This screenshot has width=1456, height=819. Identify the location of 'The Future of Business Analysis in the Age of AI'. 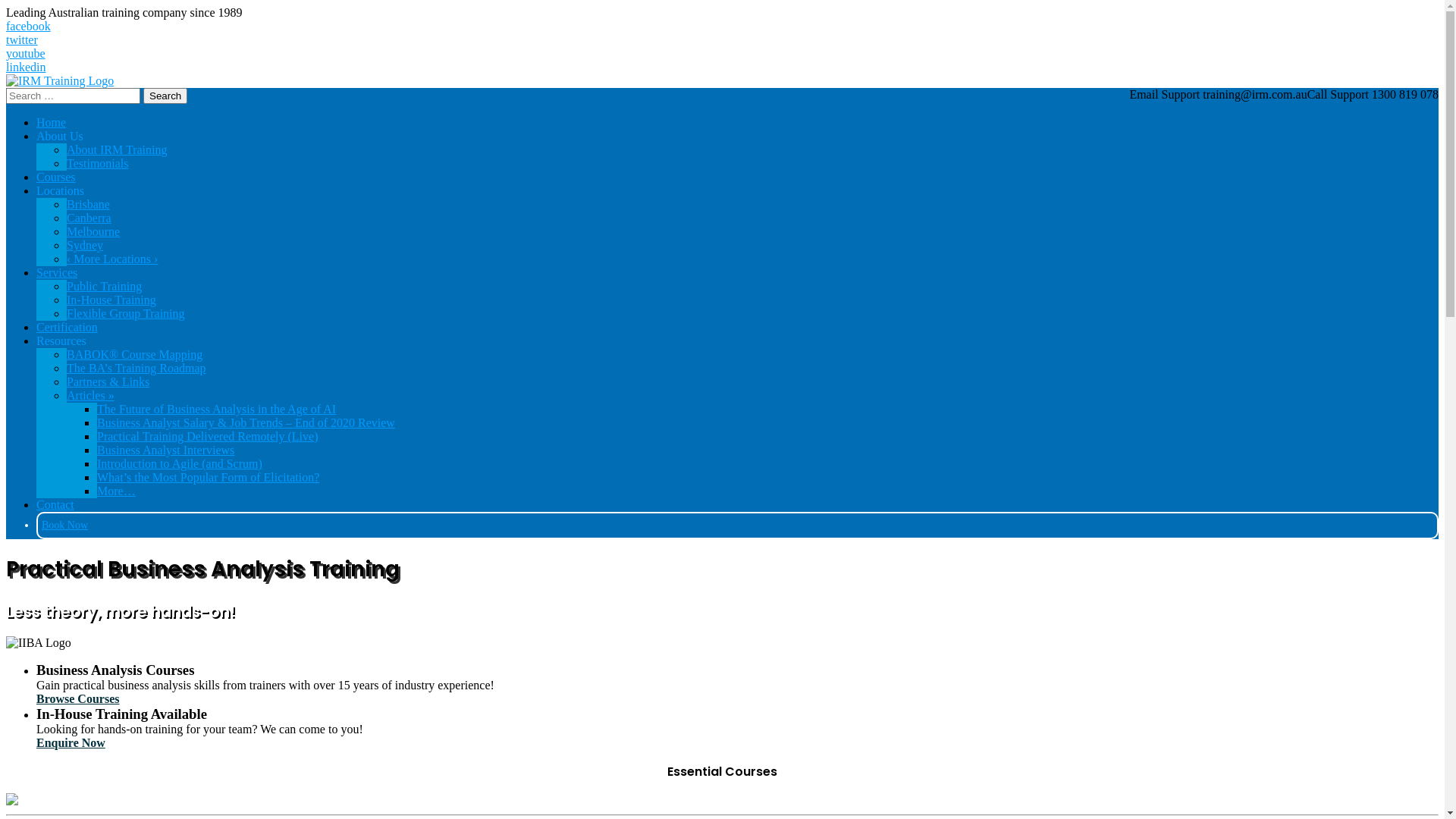
(215, 408).